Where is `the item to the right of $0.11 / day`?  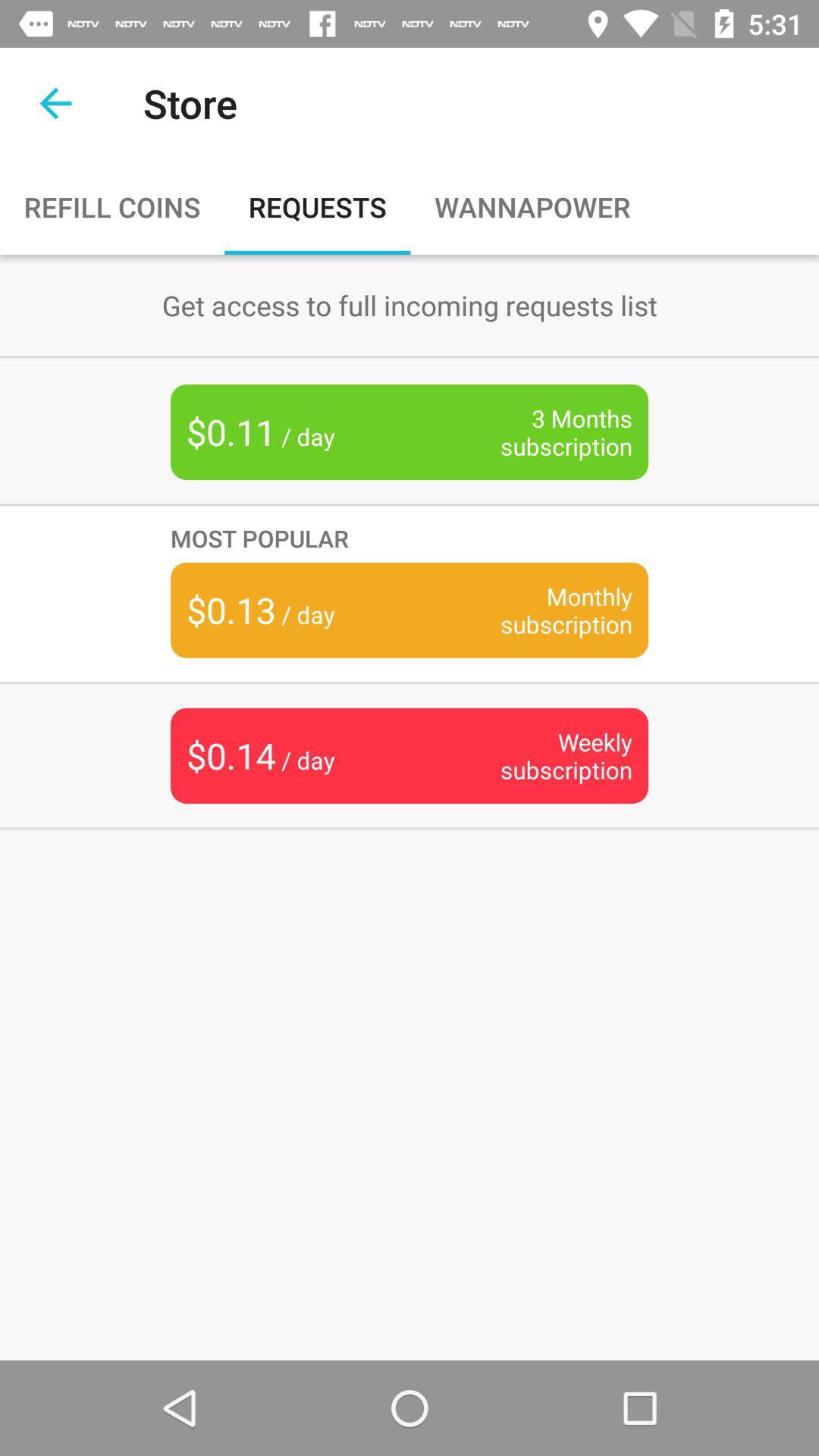 the item to the right of $0.11 / day is located at coordinates (542, 431).